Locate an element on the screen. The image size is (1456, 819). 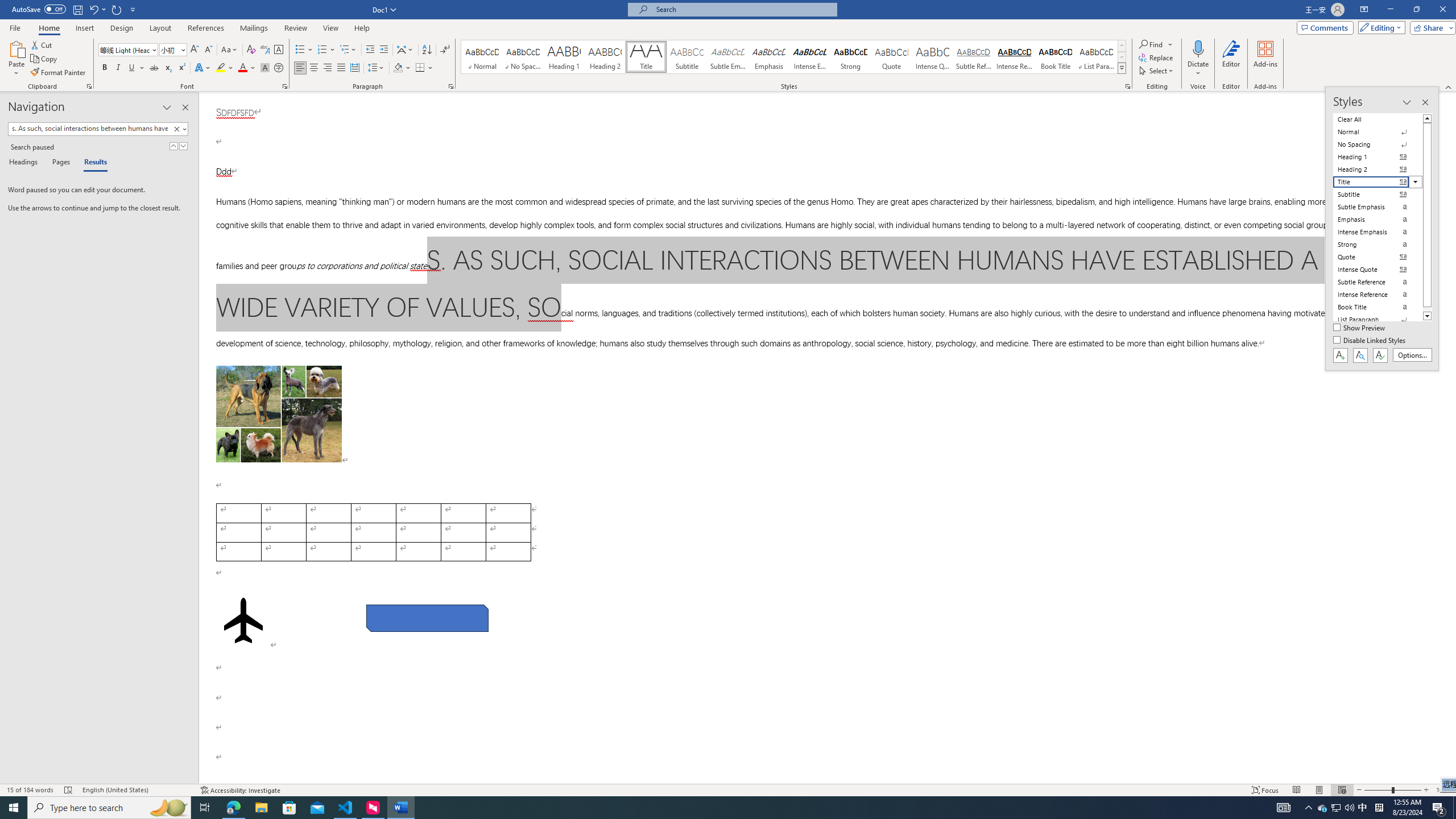
'Rectangle: Diagonal Corners Snipped 2' is located at coordinates (427, 618).